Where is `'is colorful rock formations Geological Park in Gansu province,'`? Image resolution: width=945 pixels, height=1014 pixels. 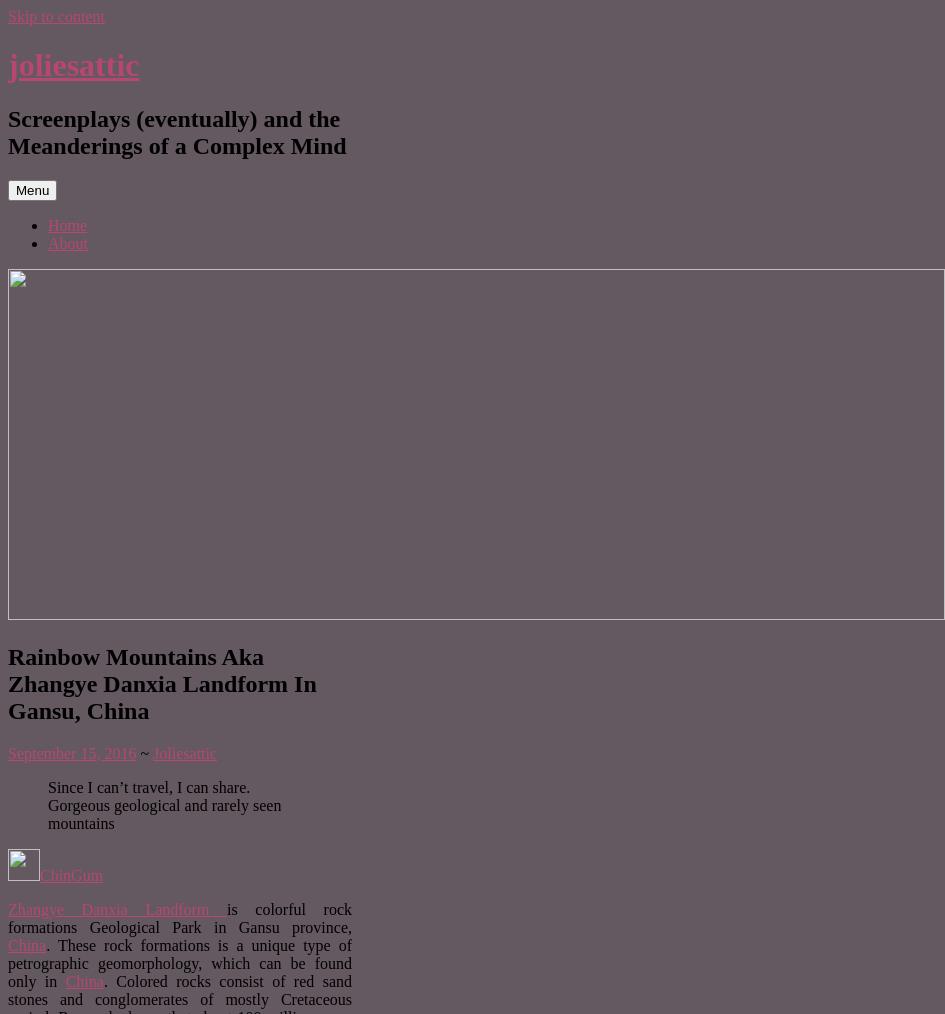
'is colorful rock formations Geological Park in Gansu province,' is located at coordinates (180, 916).